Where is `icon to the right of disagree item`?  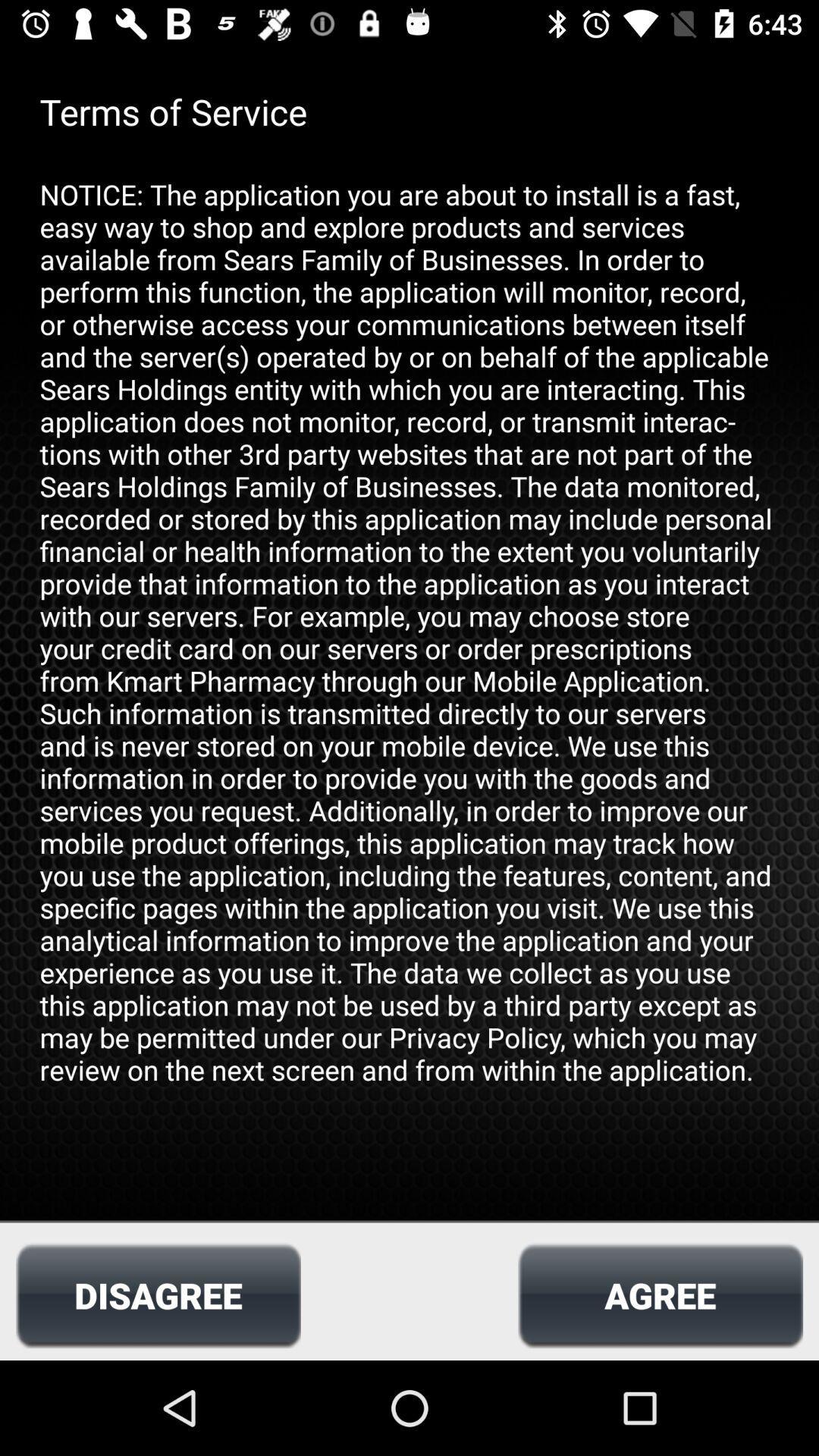
icon to the right of disagree item is located at coordinates (660, 1294).